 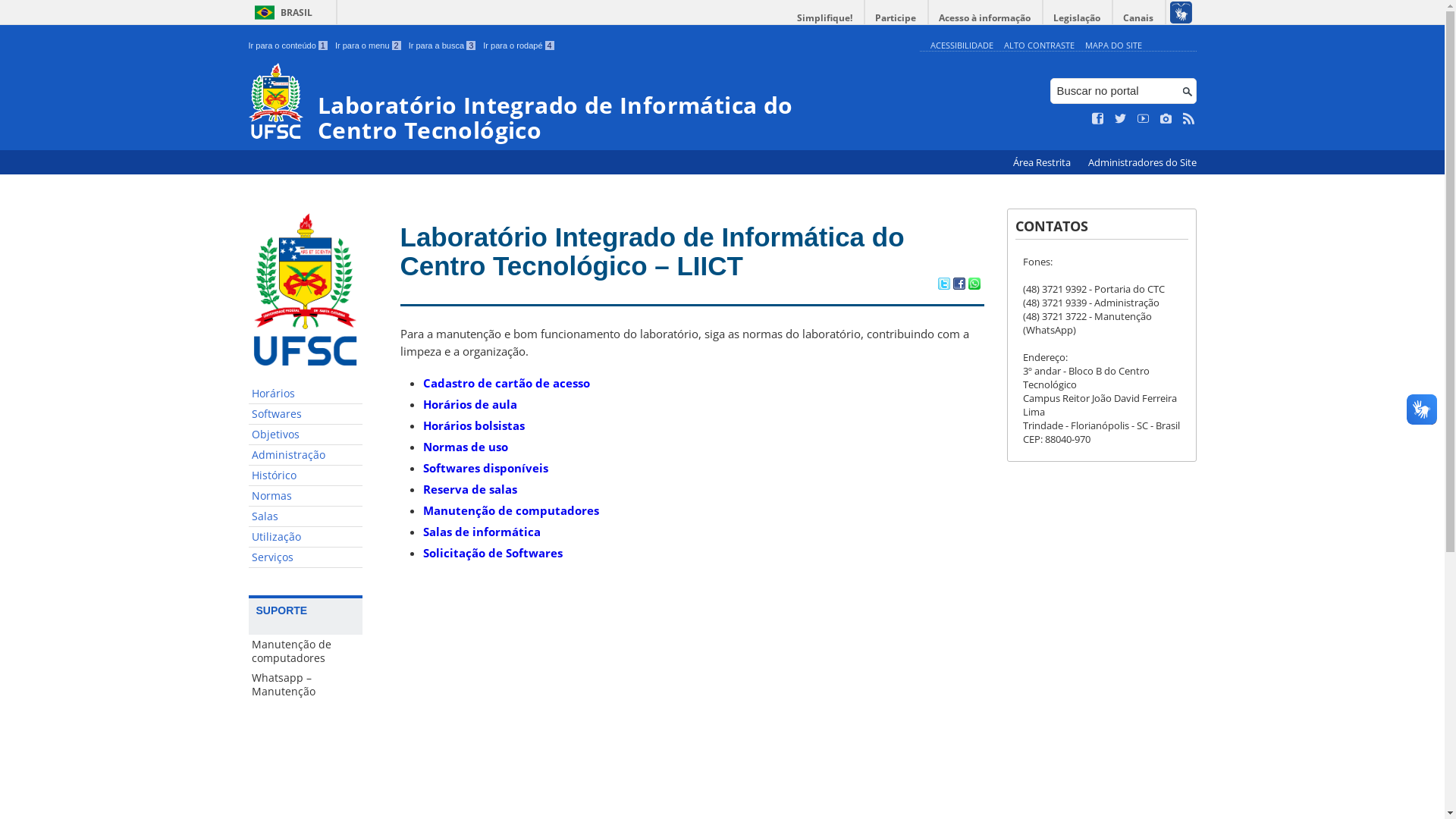 I want to click on 'Ir para a busca 3', so click(x=441, y=45).